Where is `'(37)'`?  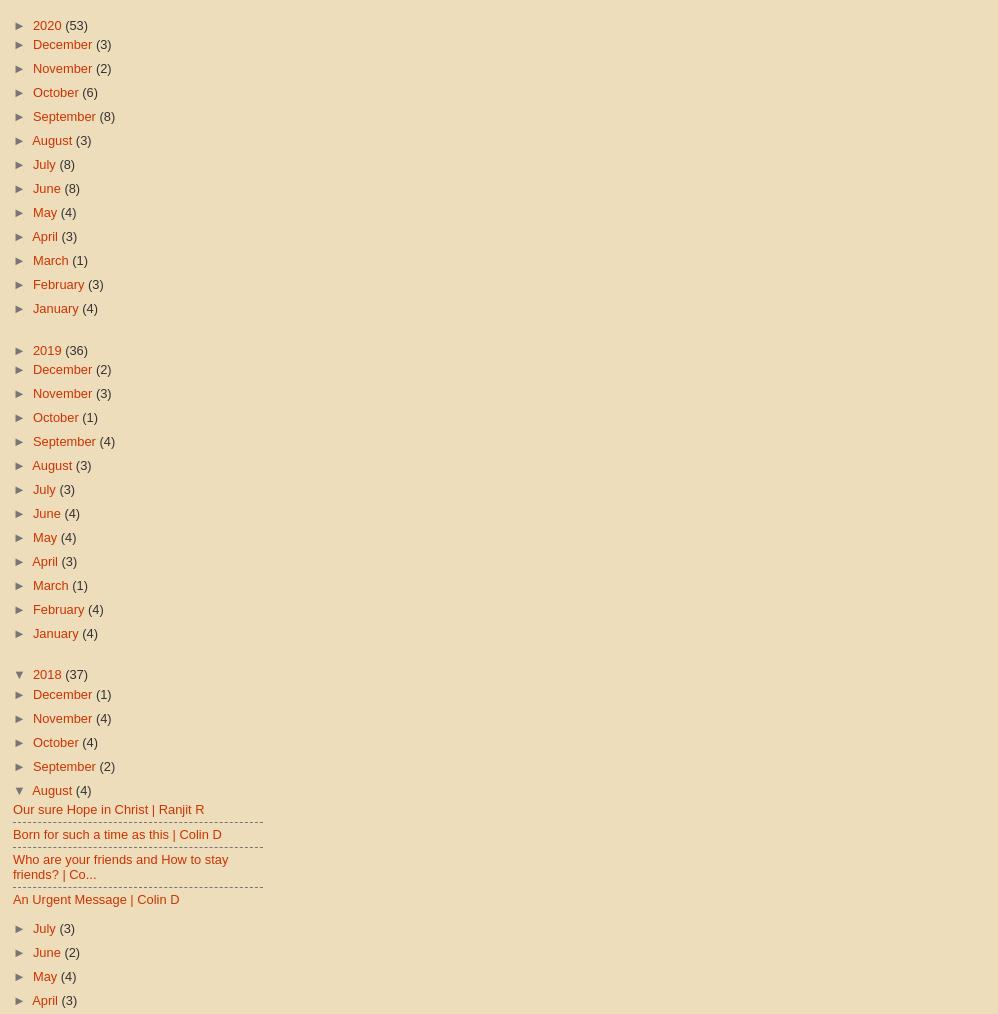 '(37)' is located at coordinates (63, 674).